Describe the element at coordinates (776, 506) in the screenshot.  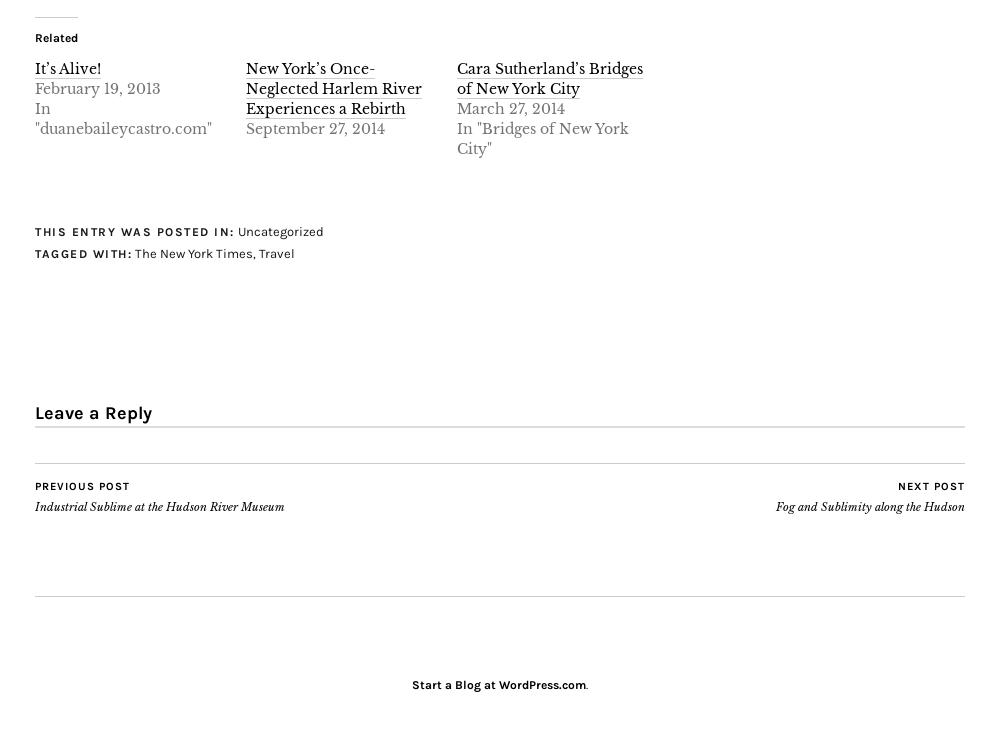
I see `'Fog and Sublimity along the Hudson'` at that location.